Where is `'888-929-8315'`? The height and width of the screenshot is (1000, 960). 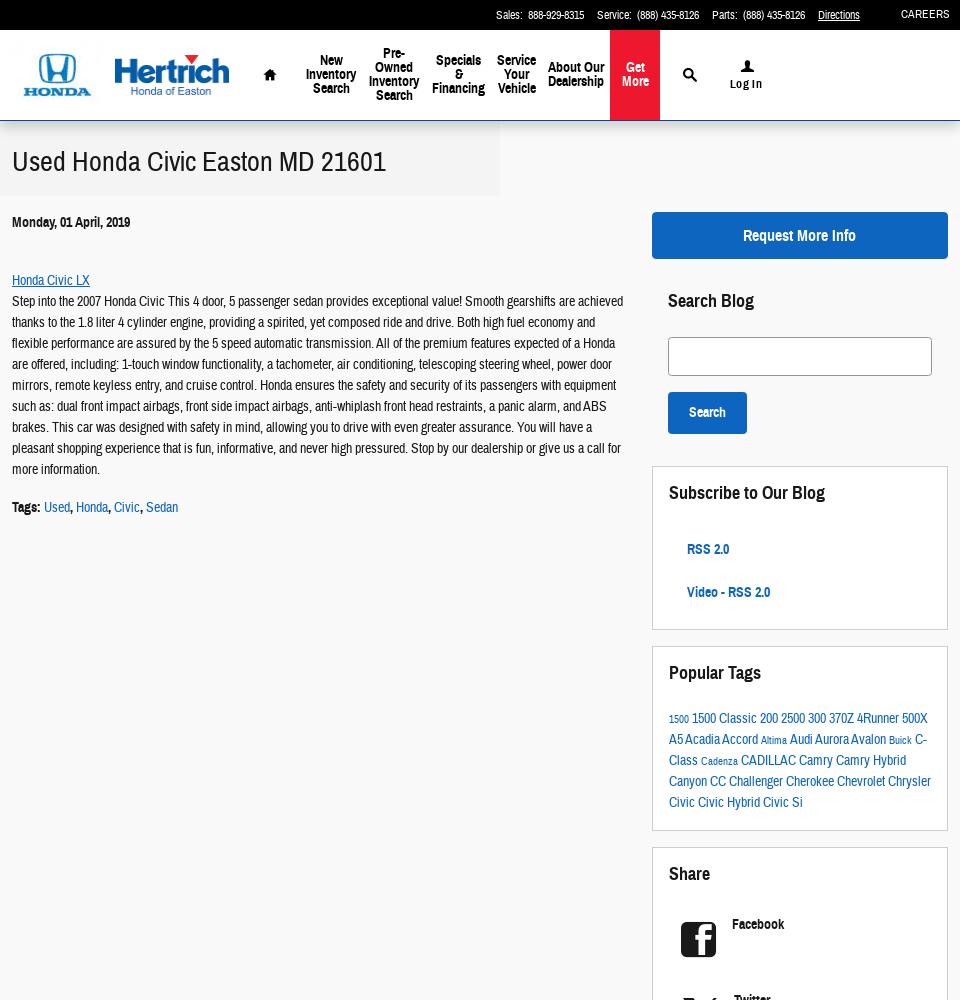 '888-929-8315' is located at coordinates (556, 15).